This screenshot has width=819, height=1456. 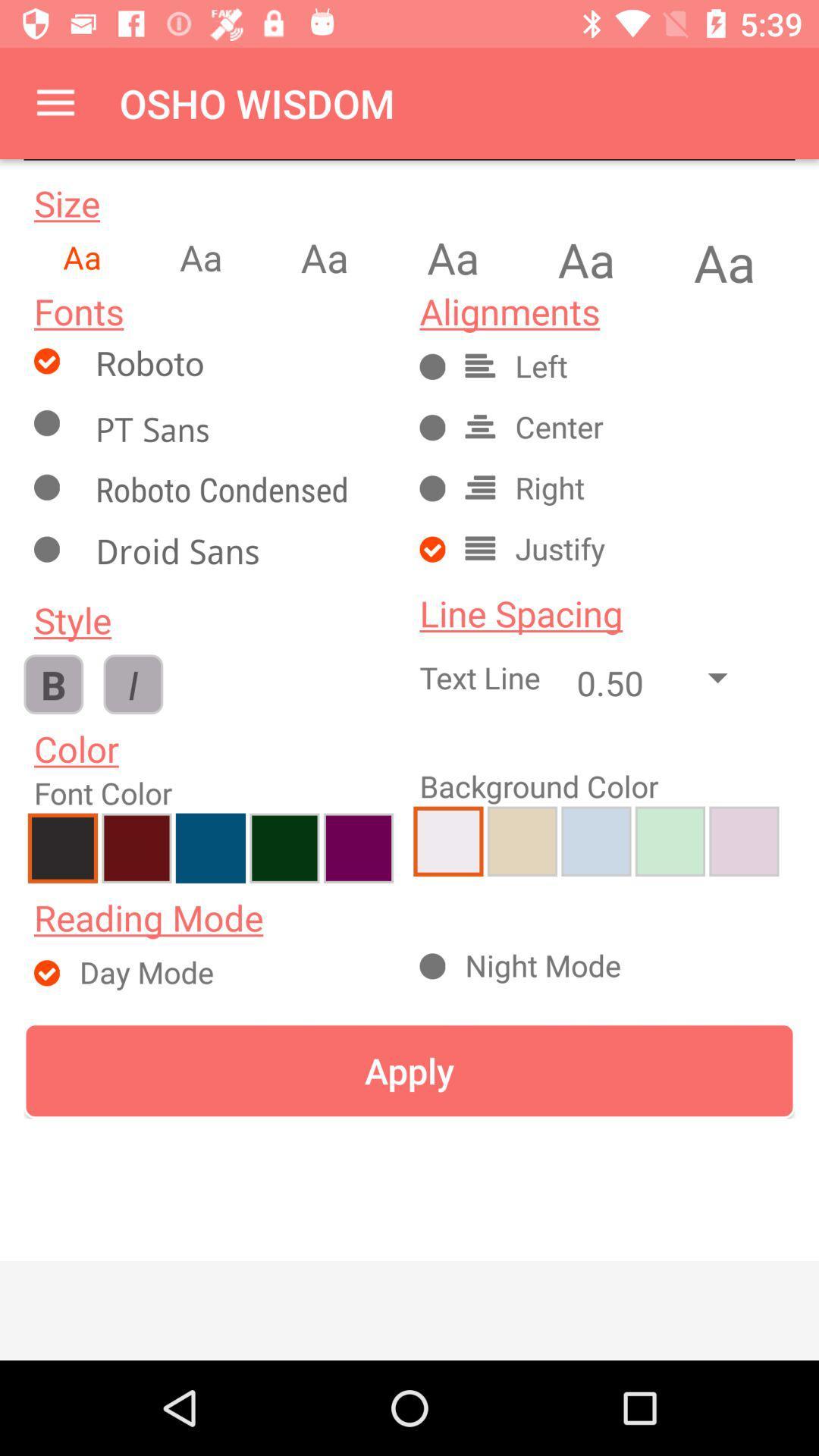 What do you see at coordinates (284, 847) in the screenshot?
I see `green font` at bounding box center [284, 847].